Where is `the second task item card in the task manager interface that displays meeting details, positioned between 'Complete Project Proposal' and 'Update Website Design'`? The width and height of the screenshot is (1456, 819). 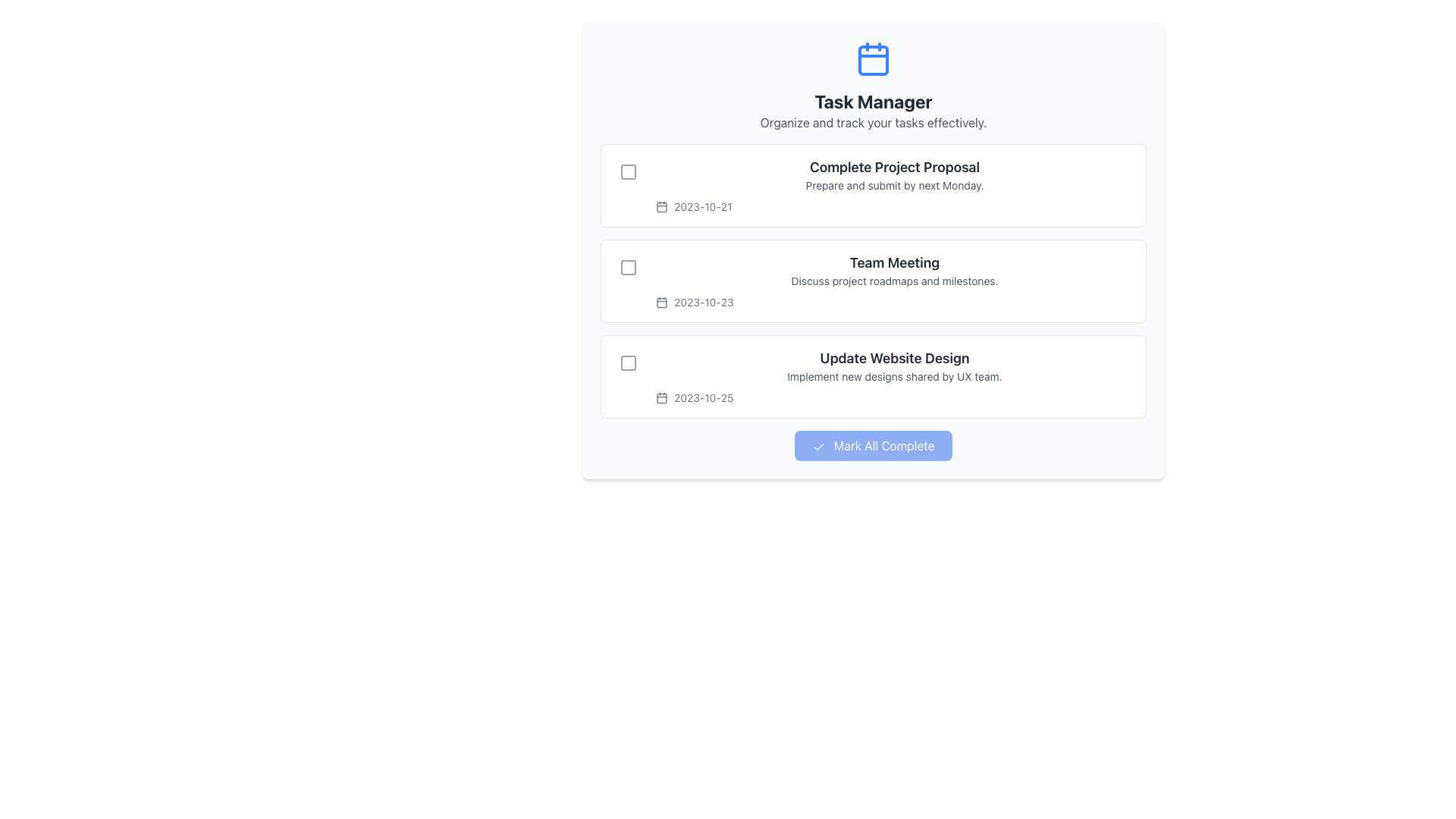
the second task item card in the task manager interface that displays meeting details, positioned between 'Complete Project Proposal' and 'Update Website Design' is located at coordinates (895, 281).